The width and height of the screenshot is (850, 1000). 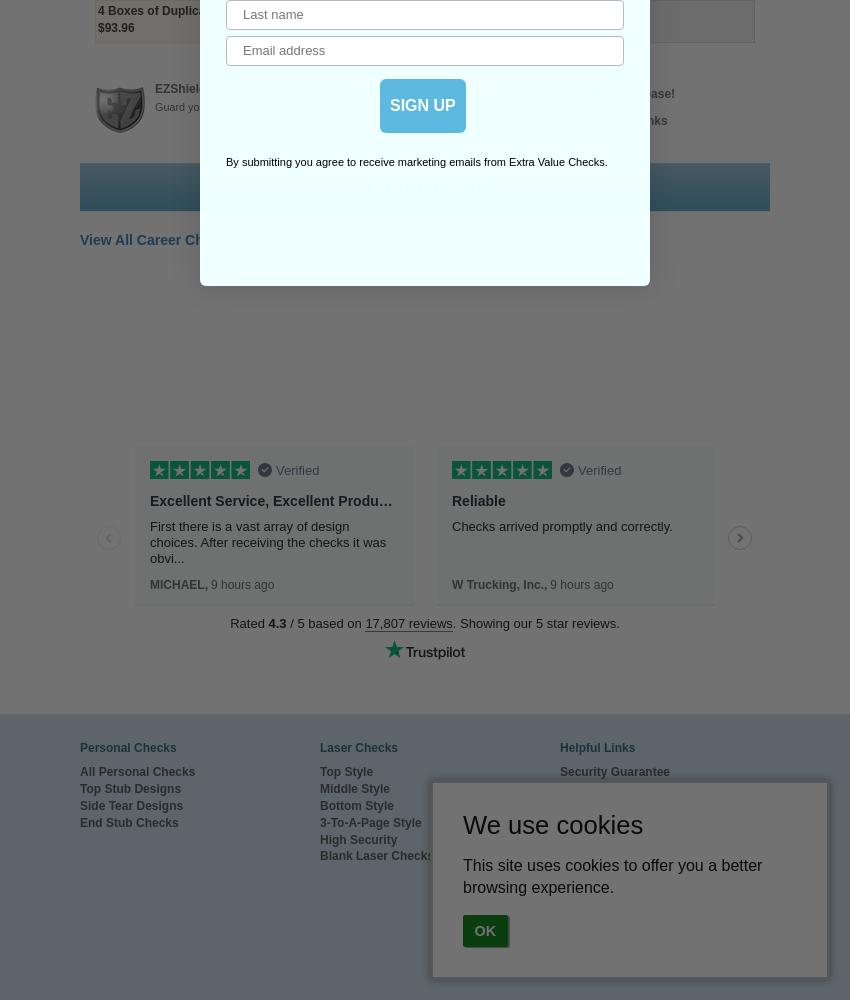 What do you see at coordinates (559, 906) in the screenshot?
I see `'Shopping Cart'` at bounding box center [559, 906].